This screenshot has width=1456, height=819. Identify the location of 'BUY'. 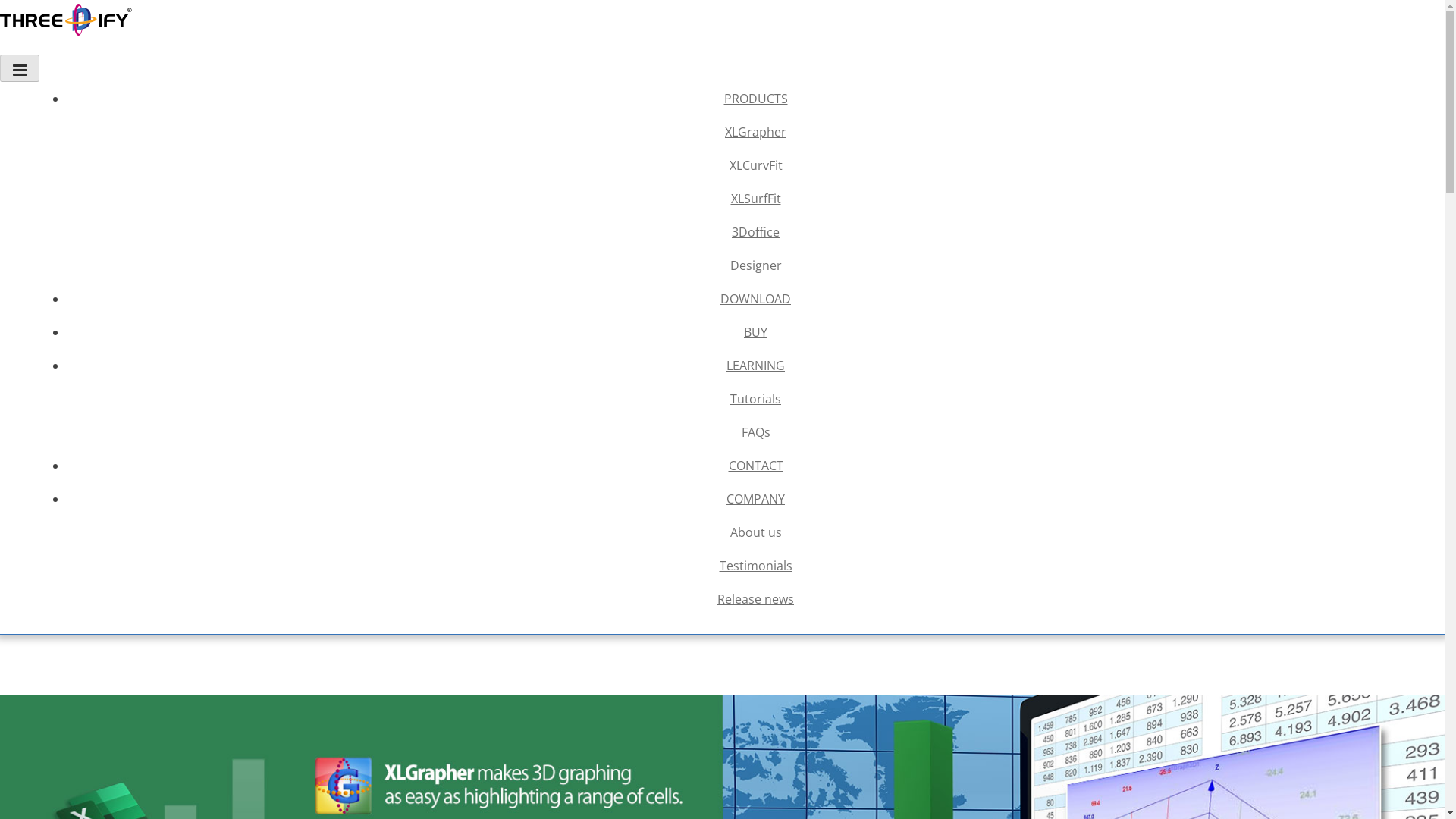
(755, 331).